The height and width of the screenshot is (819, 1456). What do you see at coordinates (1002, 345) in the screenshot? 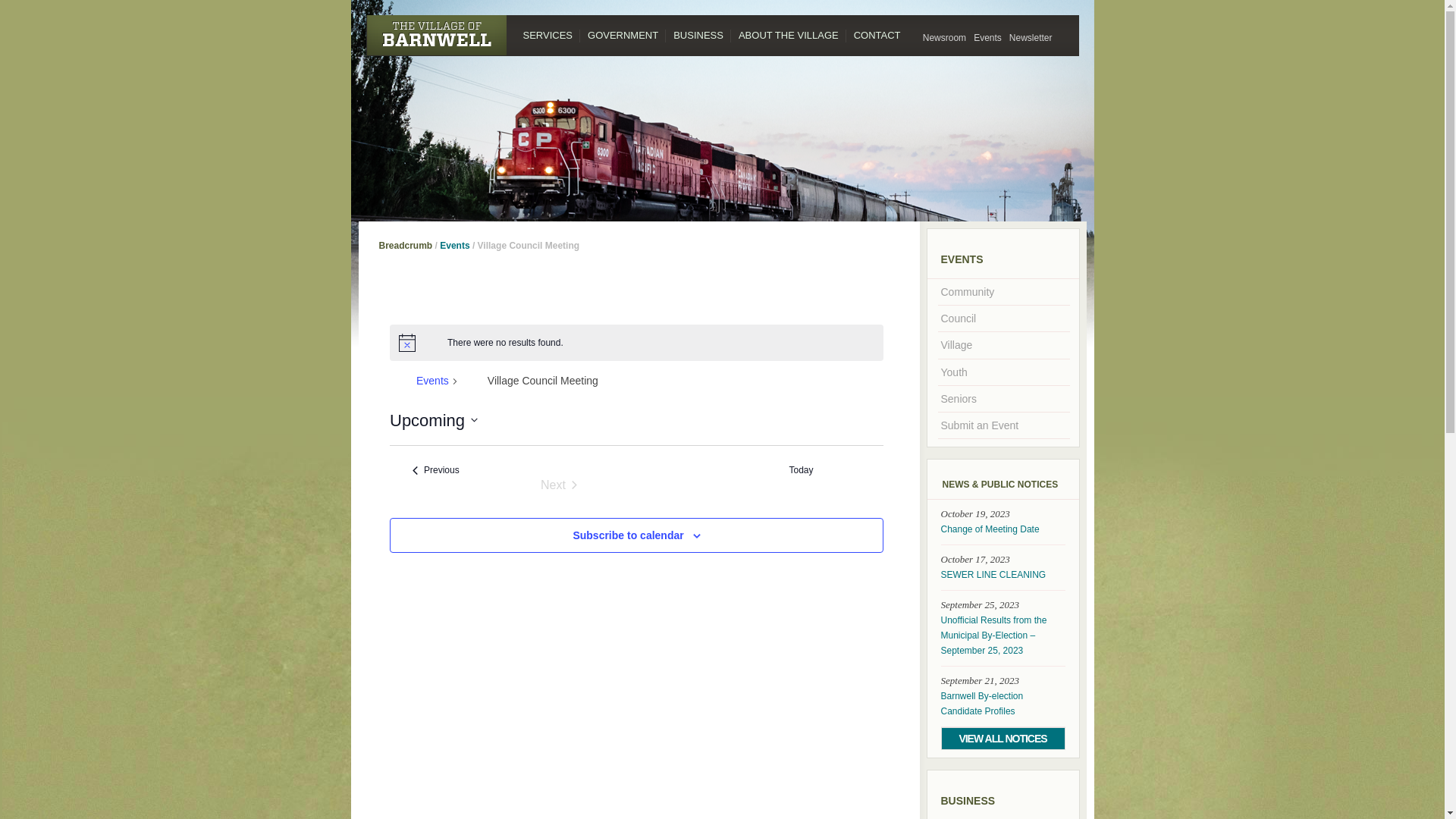
I see `'Village'` at bounding box center [1002, 345].